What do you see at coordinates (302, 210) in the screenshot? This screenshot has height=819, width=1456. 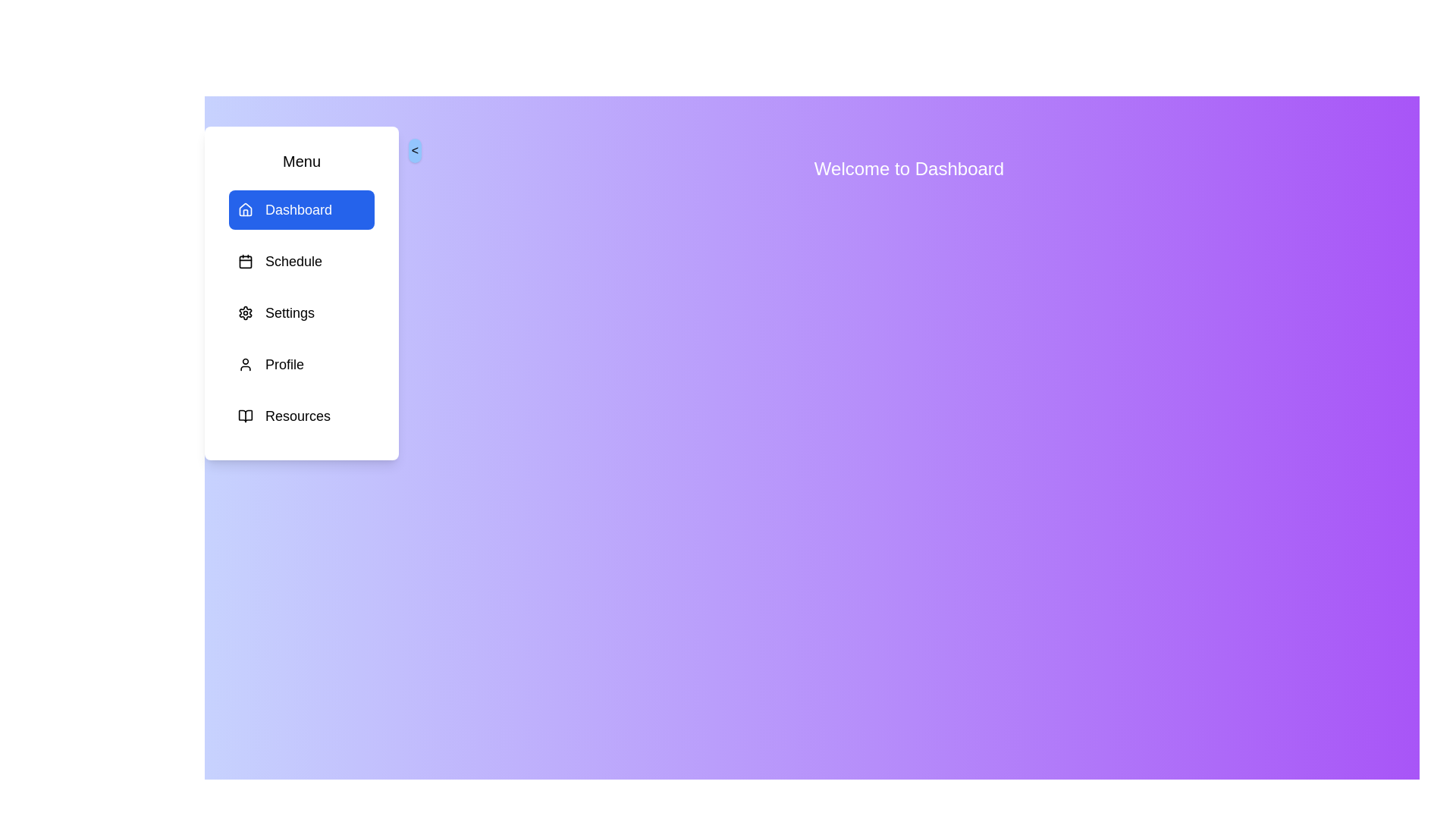 I see `the menu item Dashboard to navigate to its respective page` at bounding box center [302, 210].